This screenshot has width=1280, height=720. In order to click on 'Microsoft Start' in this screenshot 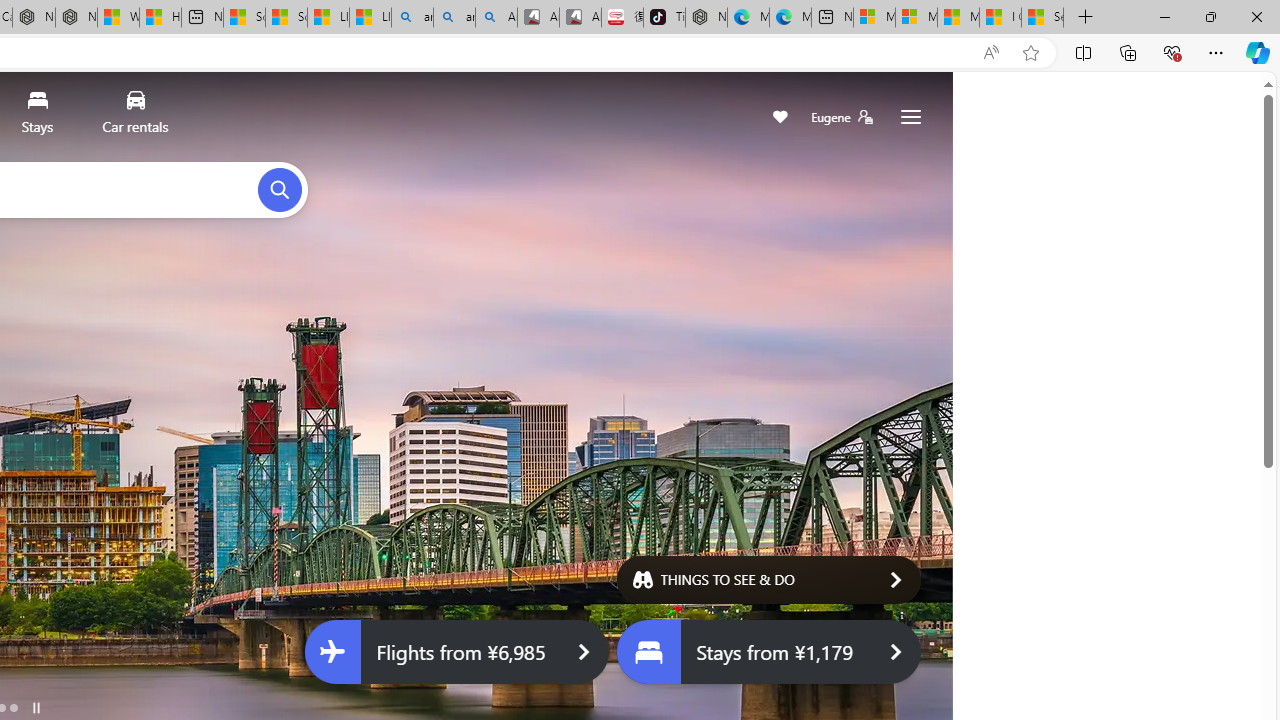, I will do `click(957, 17)`.